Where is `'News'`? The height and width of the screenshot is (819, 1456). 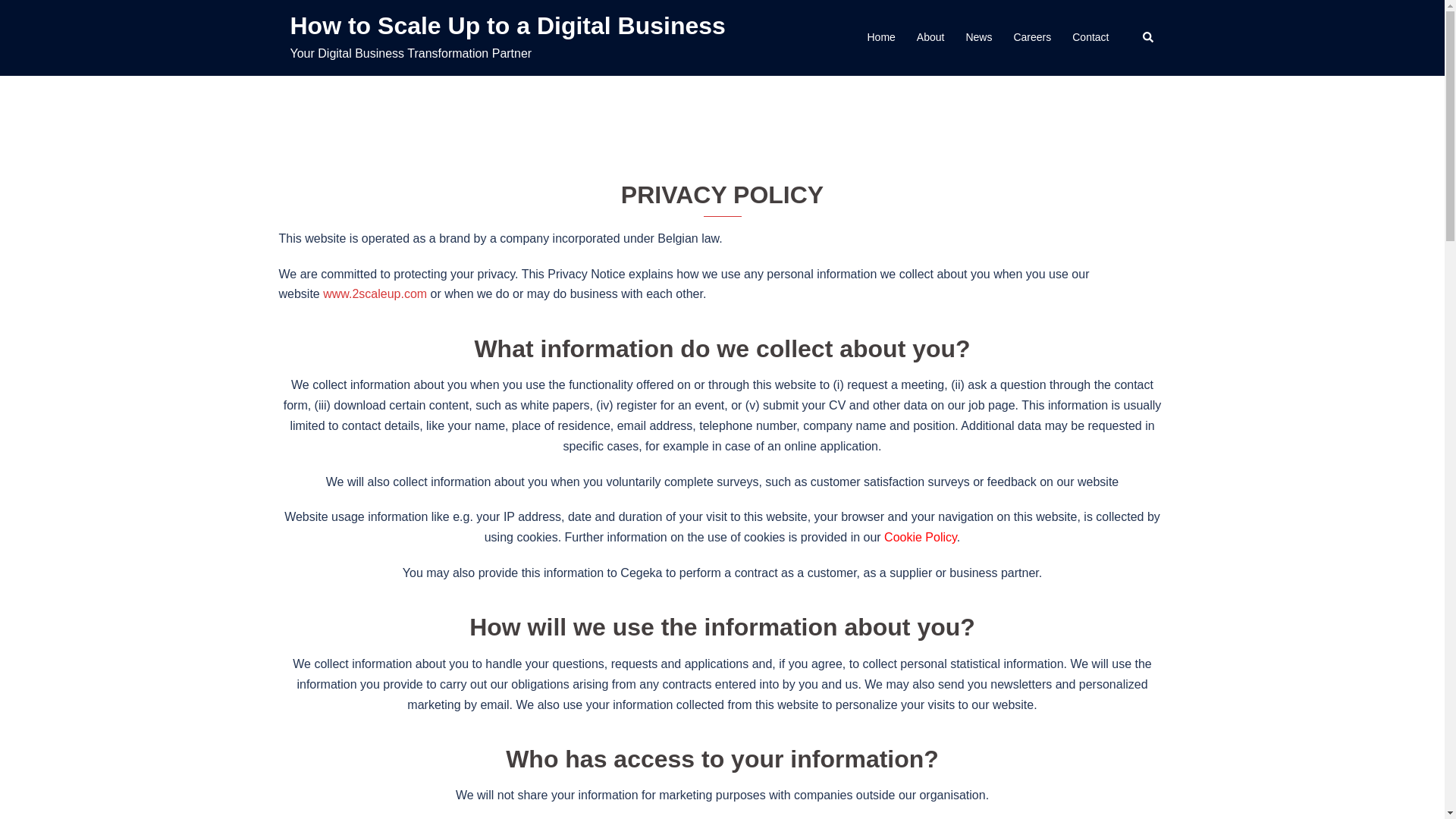
'News' is located at coordinates (978, 37).